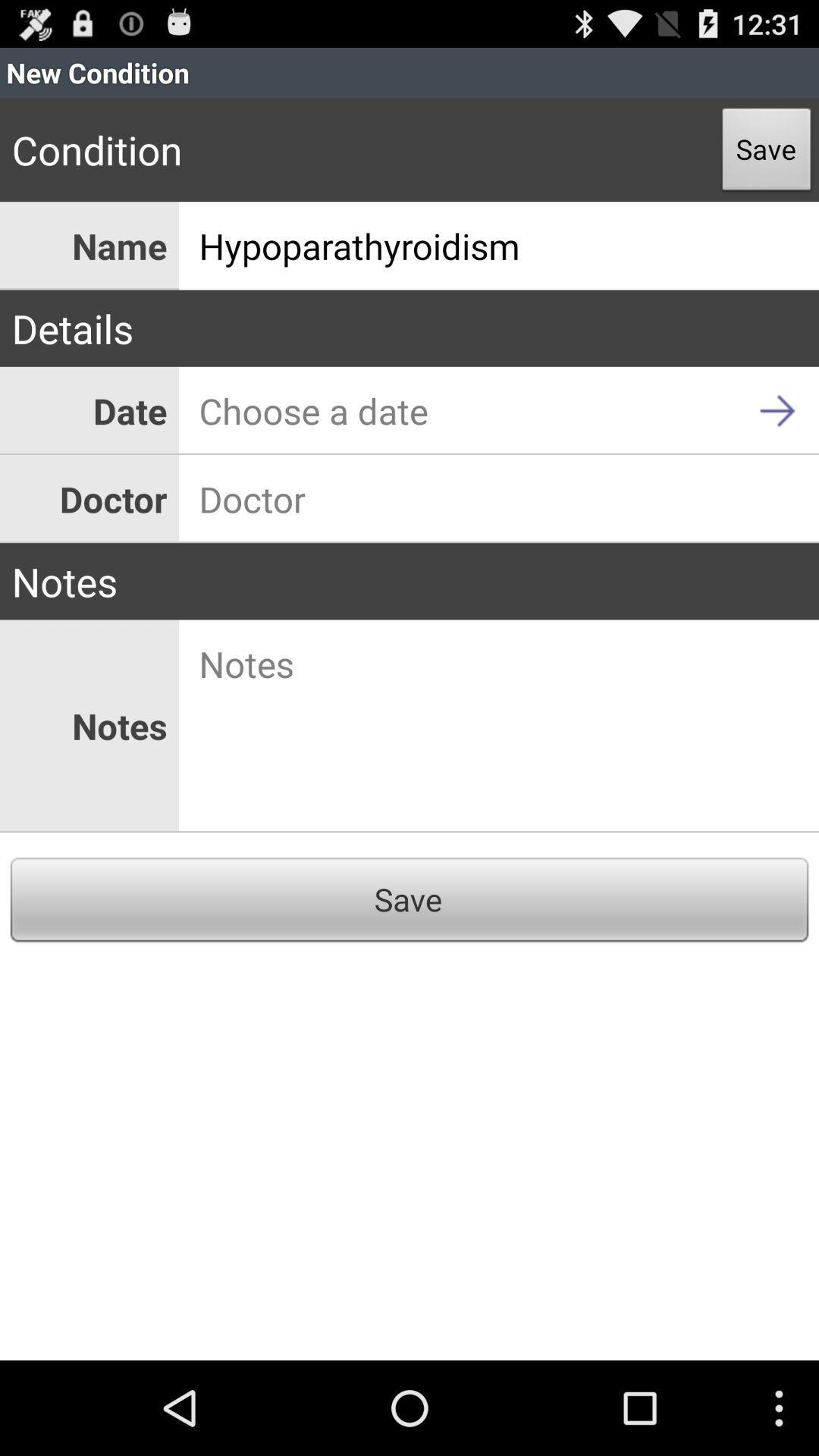  What do you see at coordinates (499, 499) in the screenshot?
I see `doctor` at bounding box center [499, 499].